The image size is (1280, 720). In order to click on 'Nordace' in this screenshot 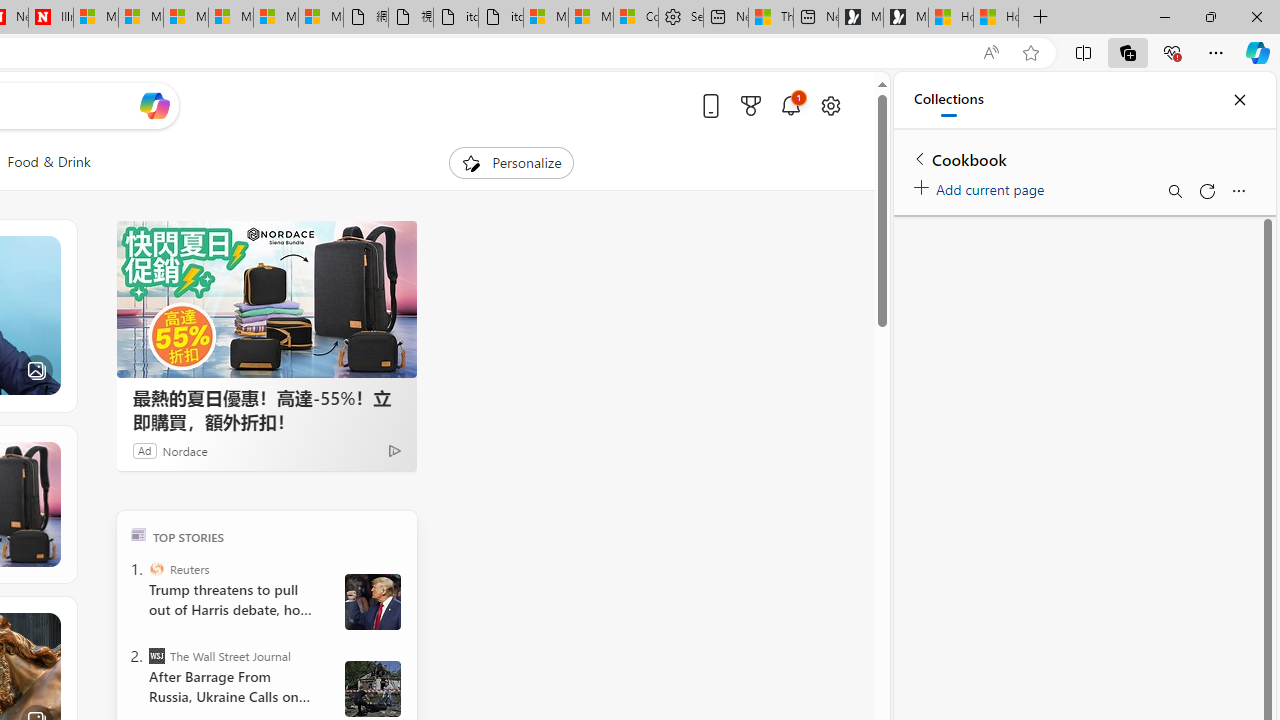, I will do `click(184, 450)`.